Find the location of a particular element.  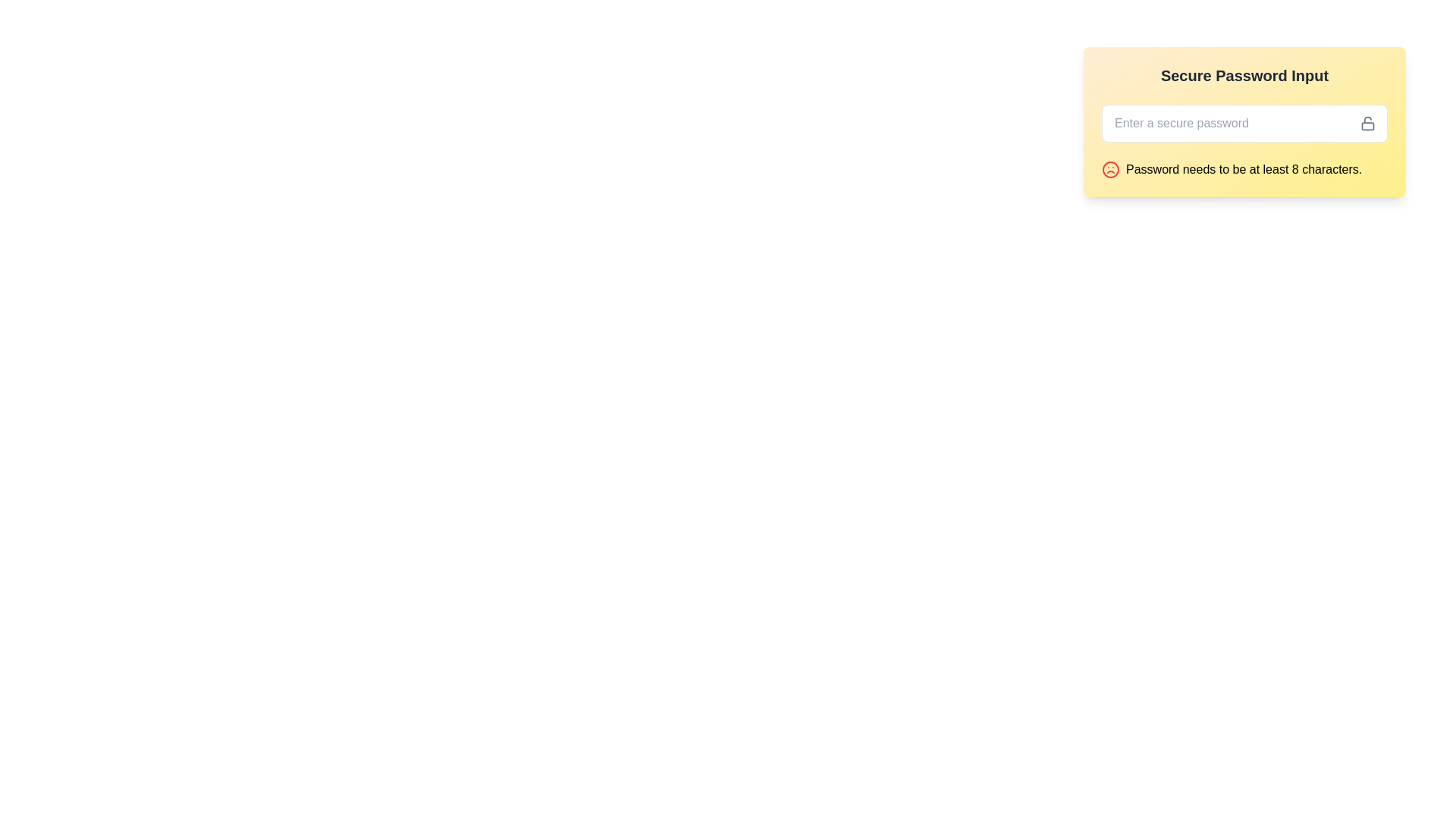

the warning text label displaying 'Password needs to be at least 8 characters' located below the password input field in the 'Secure Password Input' section is located at coordinates (1244, 169).